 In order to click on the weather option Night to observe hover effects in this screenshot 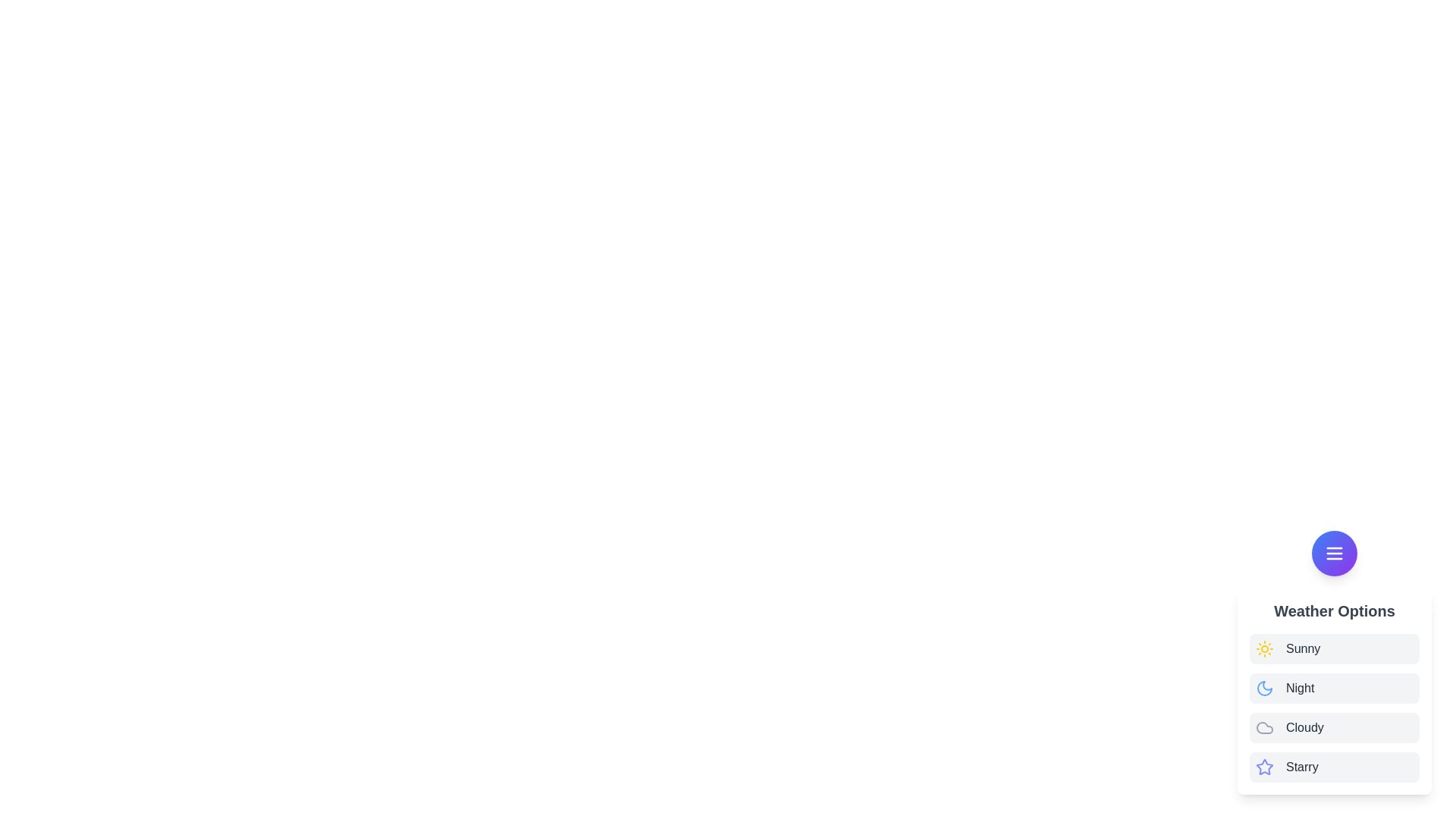, I will do `click(1335, 688)`.